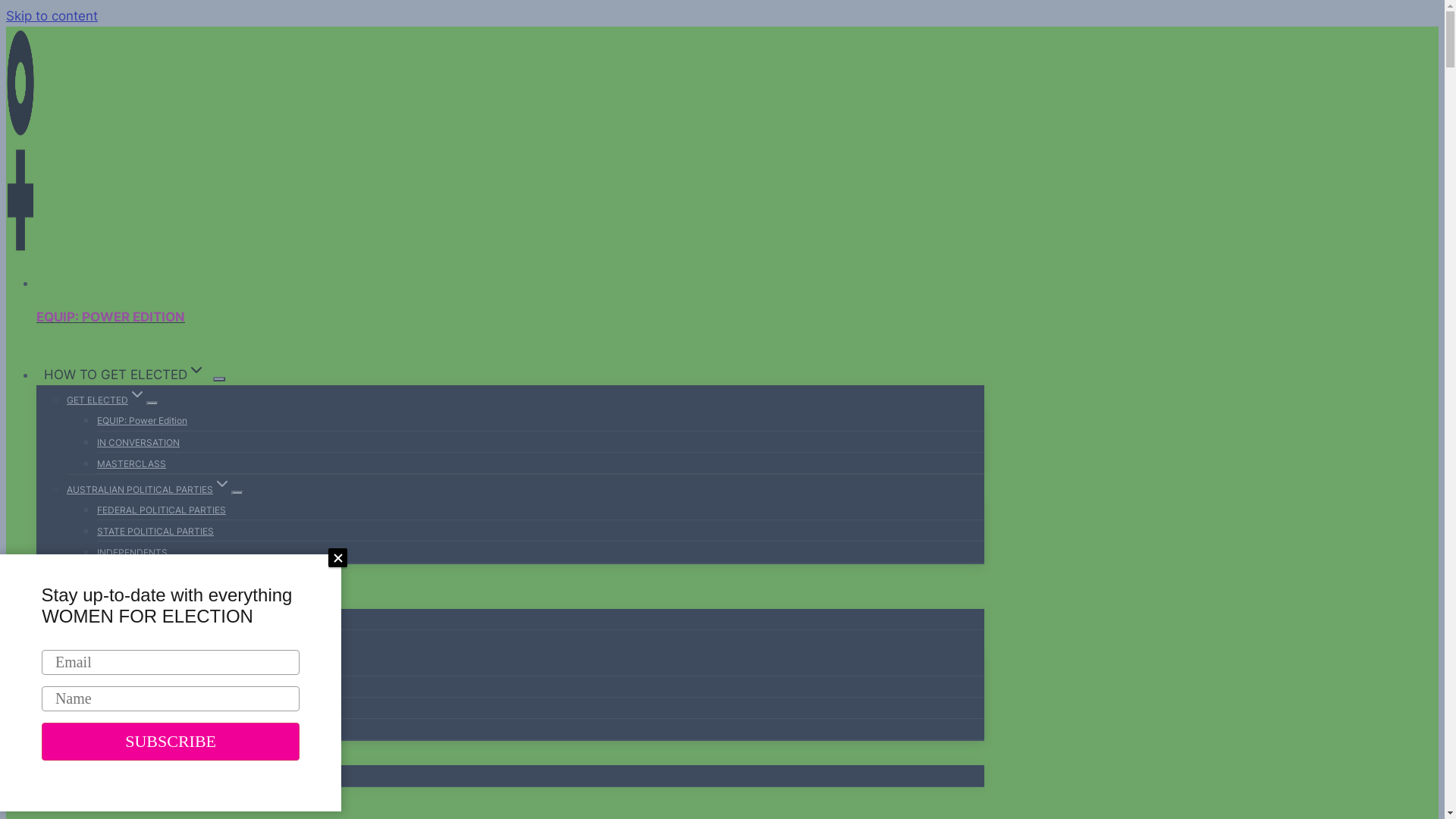  Describe the element at coordinates (52, 15) in the screenshot. I see `'Skip to content'` at that location.